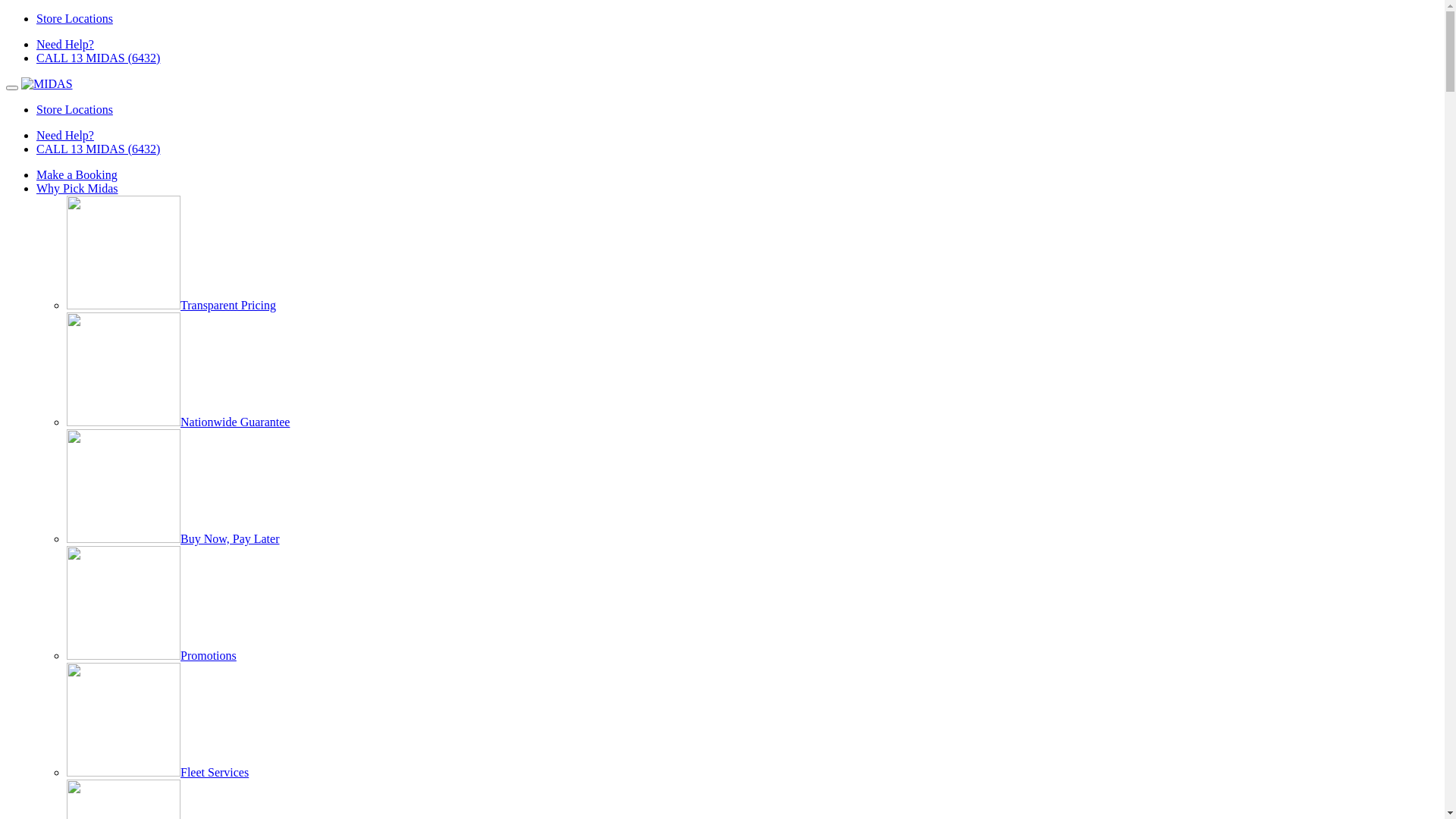 The width and height of the screenshot is (1456, 819). I want to click on 'Nationwide Guarantee', so click(178, 422).